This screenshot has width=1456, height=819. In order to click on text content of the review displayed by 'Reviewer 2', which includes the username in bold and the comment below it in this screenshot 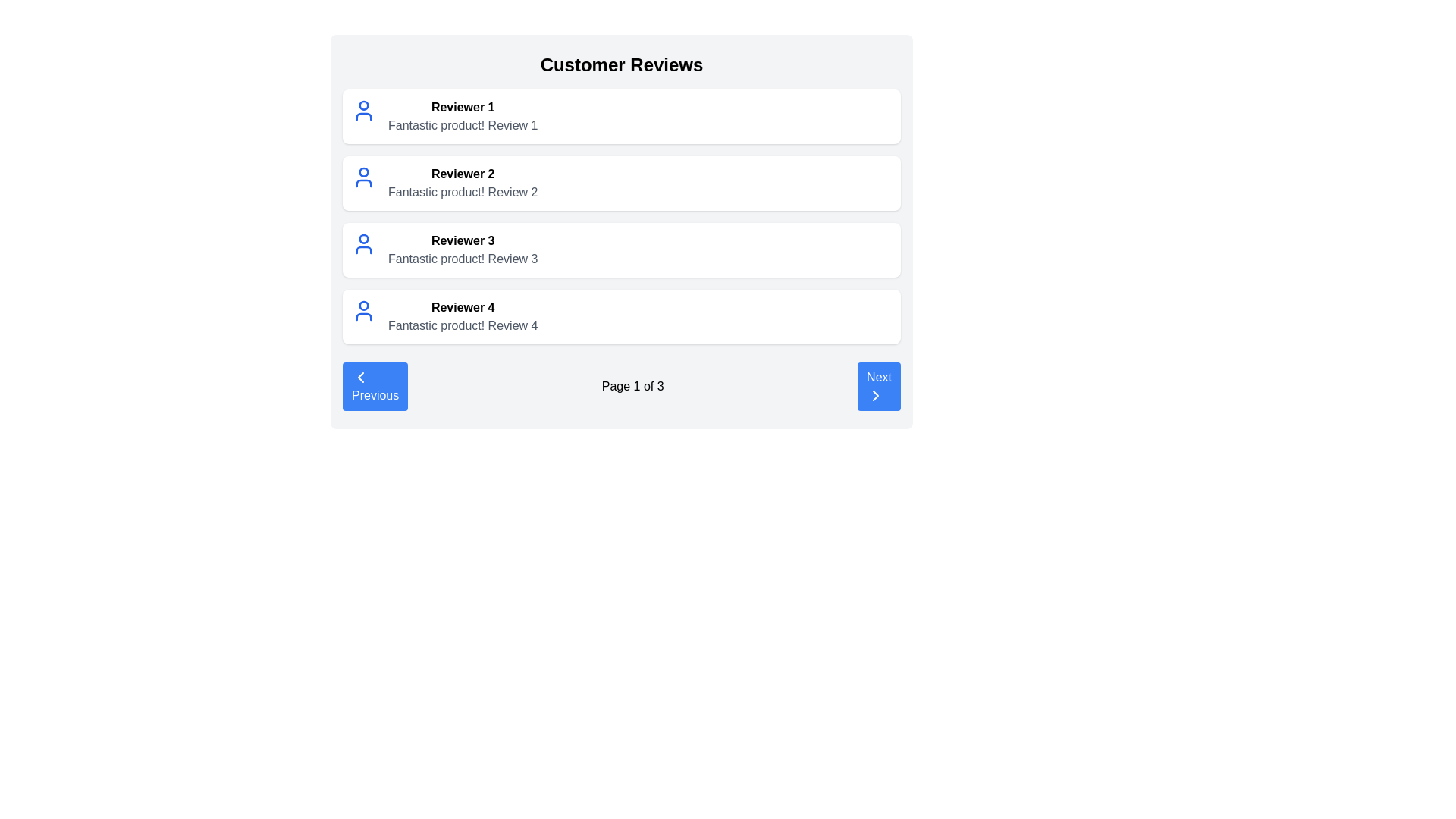, I will do `click(462, 183)`.